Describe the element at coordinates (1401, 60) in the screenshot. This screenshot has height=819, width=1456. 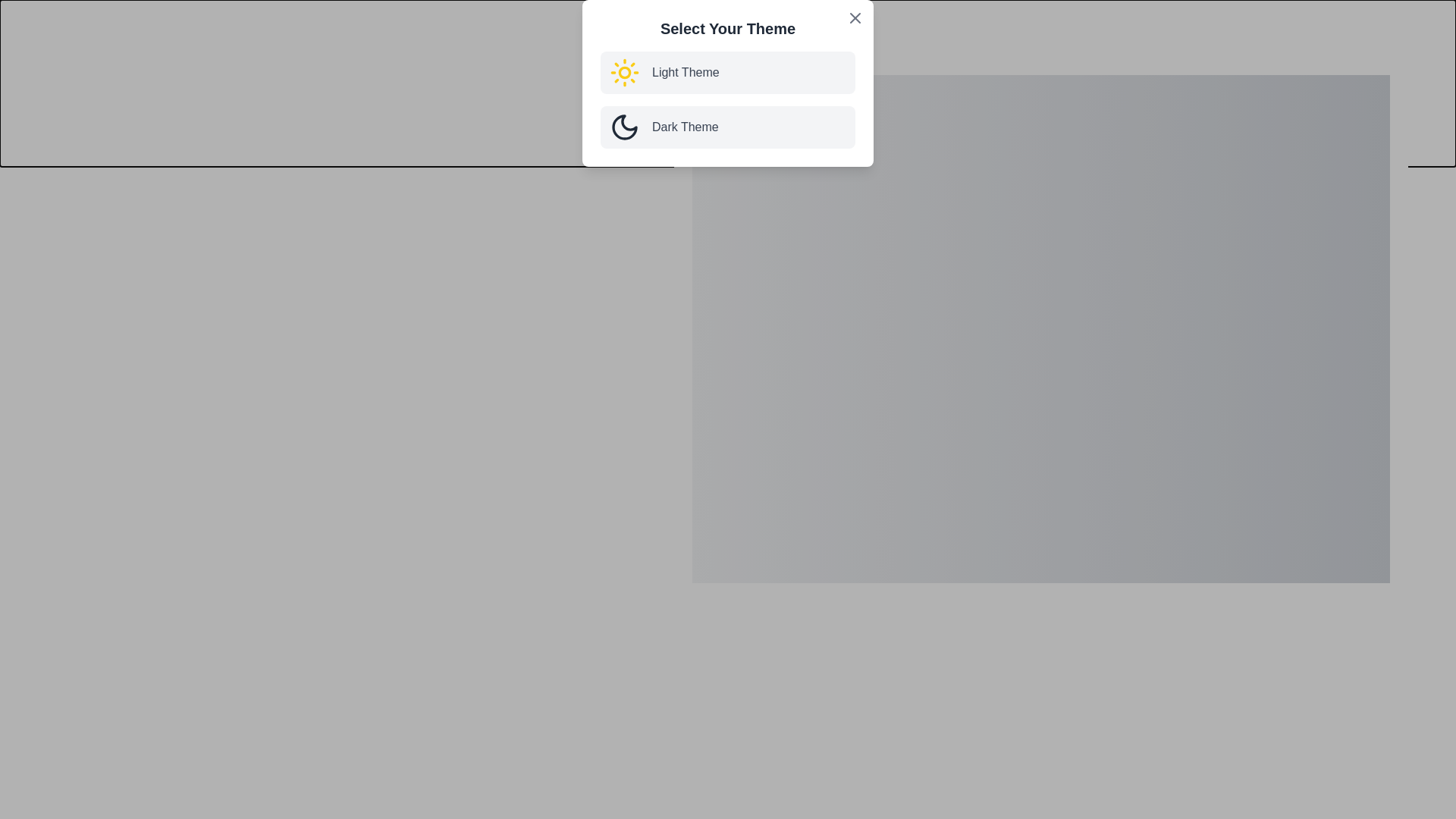
I see `close button in the top-right corner of the dialog to close it` at that location.